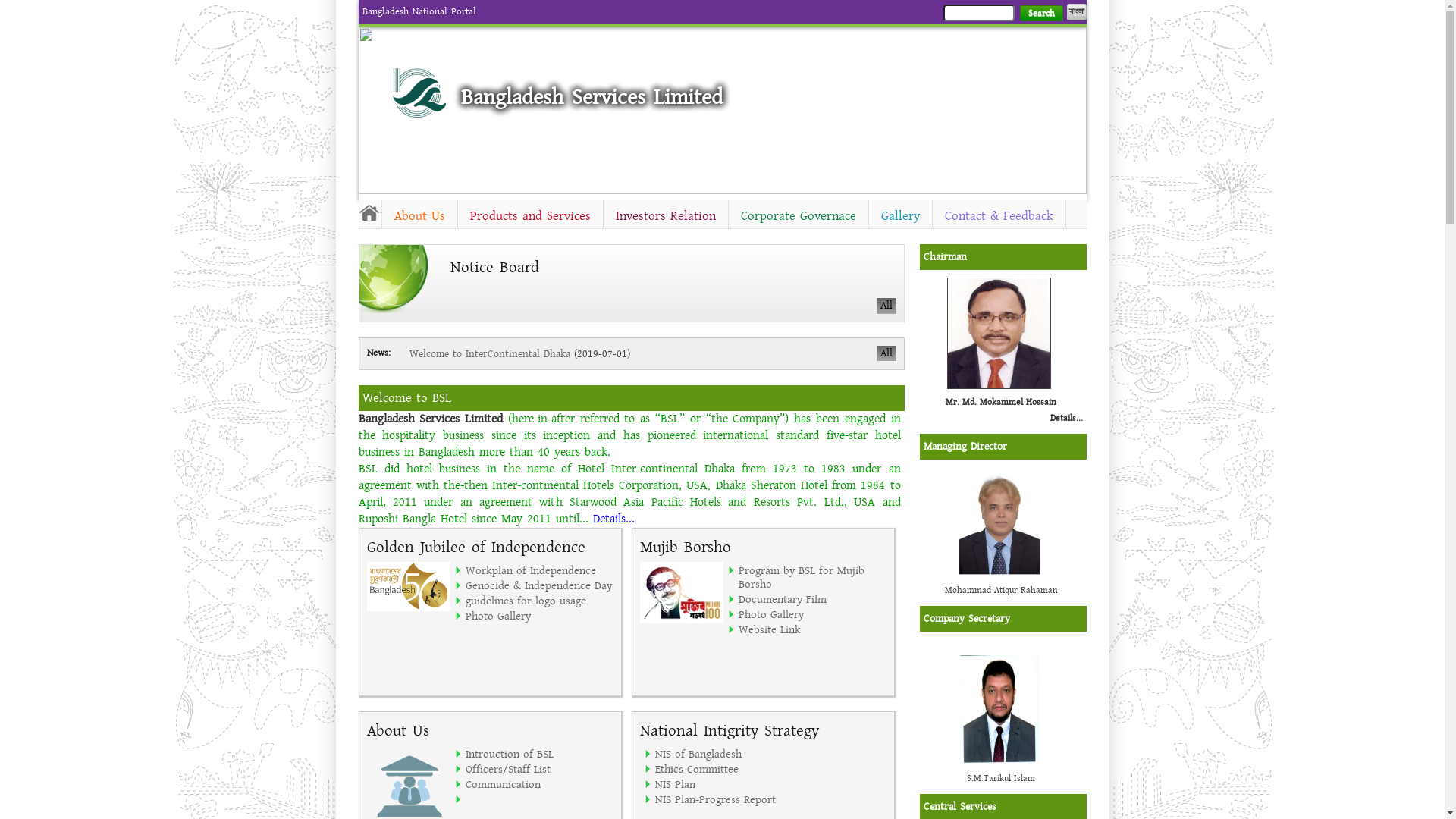 The width and height of the screenshot is (1456, 819). What do you see at coordinates (1065, 418) in the screenshot?
I see `'Details...'` at bounding box center [1065, 418].